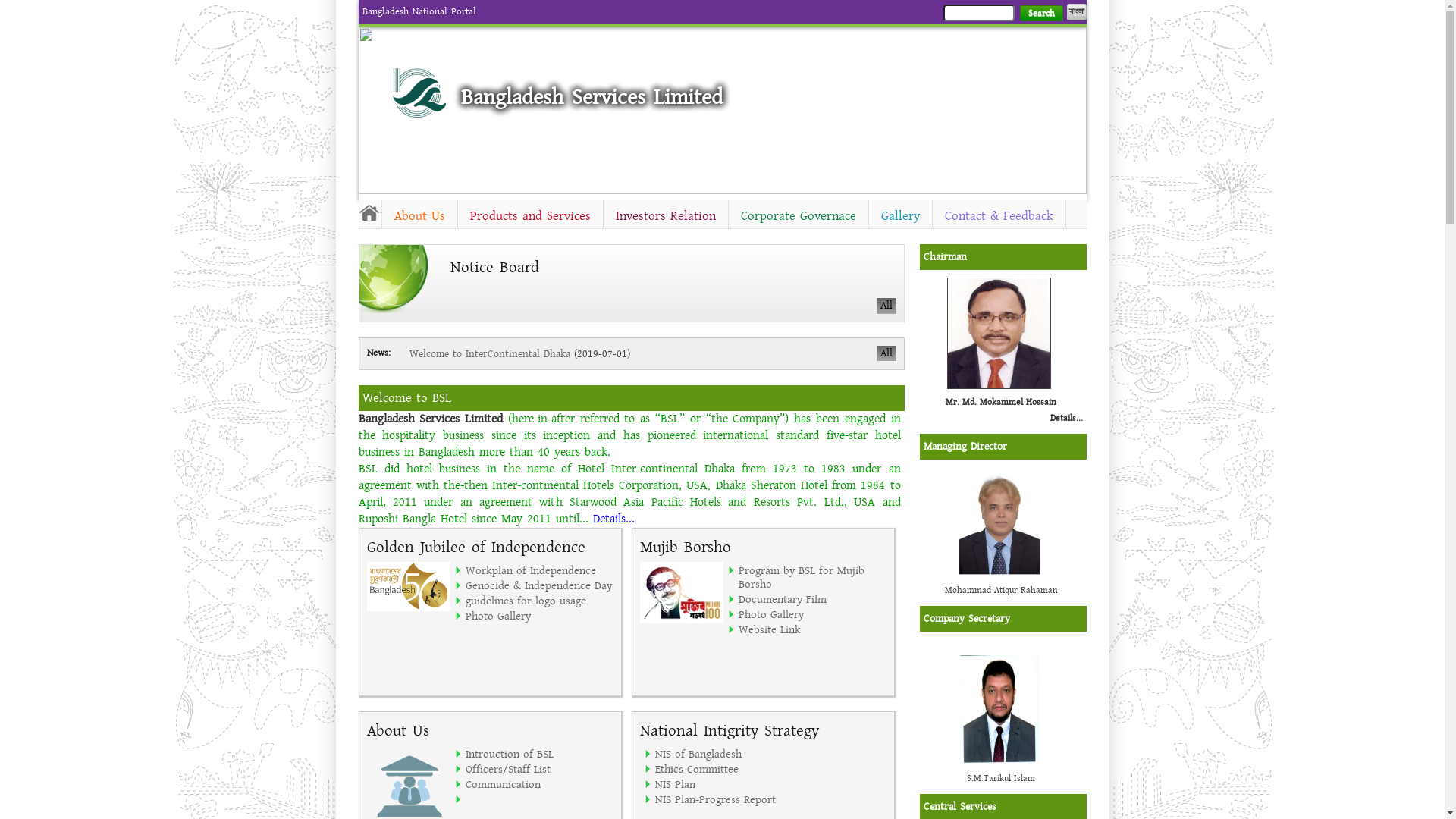 The width and height of the screenshot is (1456, 819). What do you see at coordinates (1065, 418) in the screenshot?
I see `'Details...'` at bounding box center [1065, 418].